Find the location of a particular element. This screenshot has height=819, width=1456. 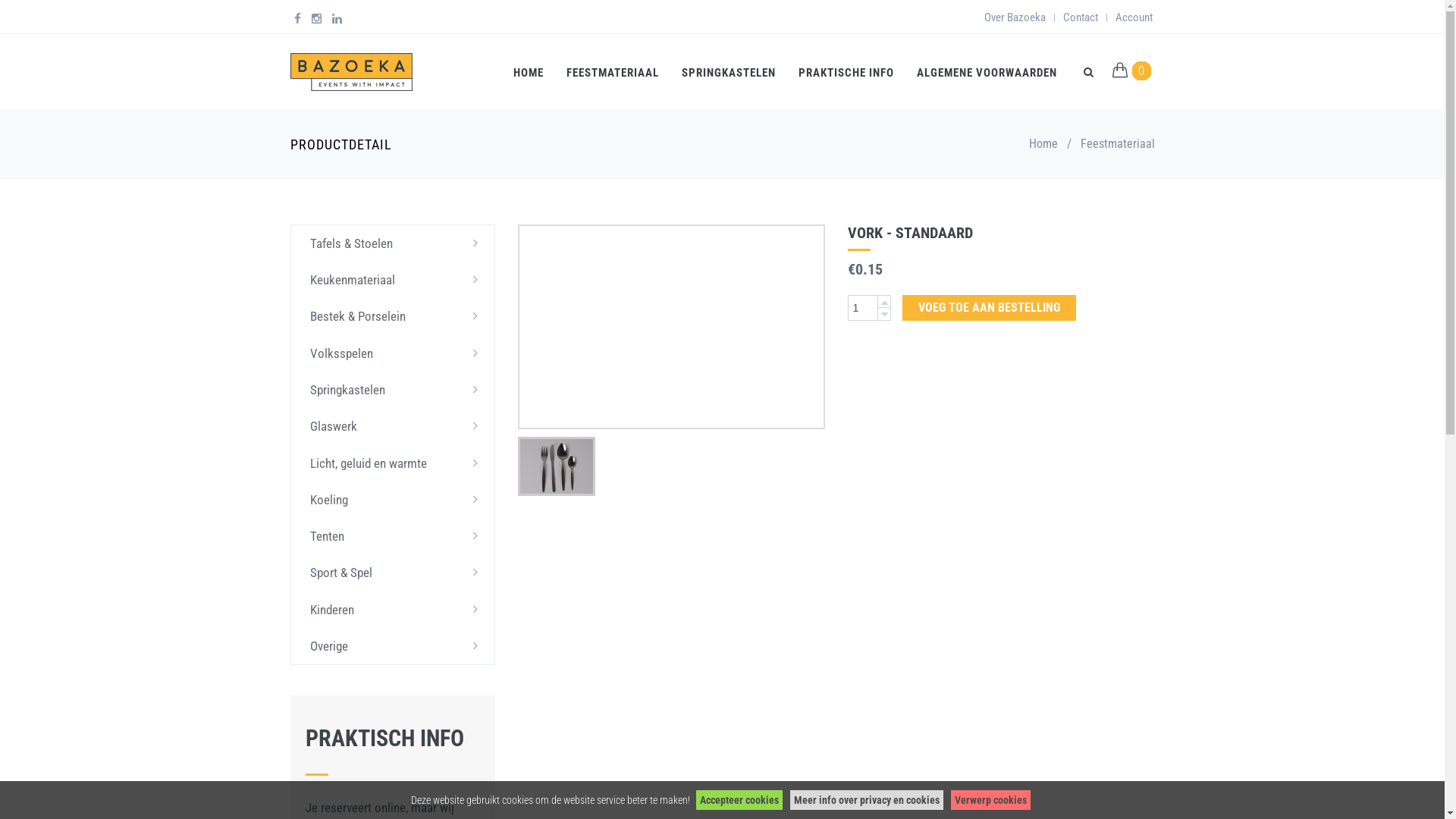

'FEESTMATERIAAL' is located at coordinates (612, 72).